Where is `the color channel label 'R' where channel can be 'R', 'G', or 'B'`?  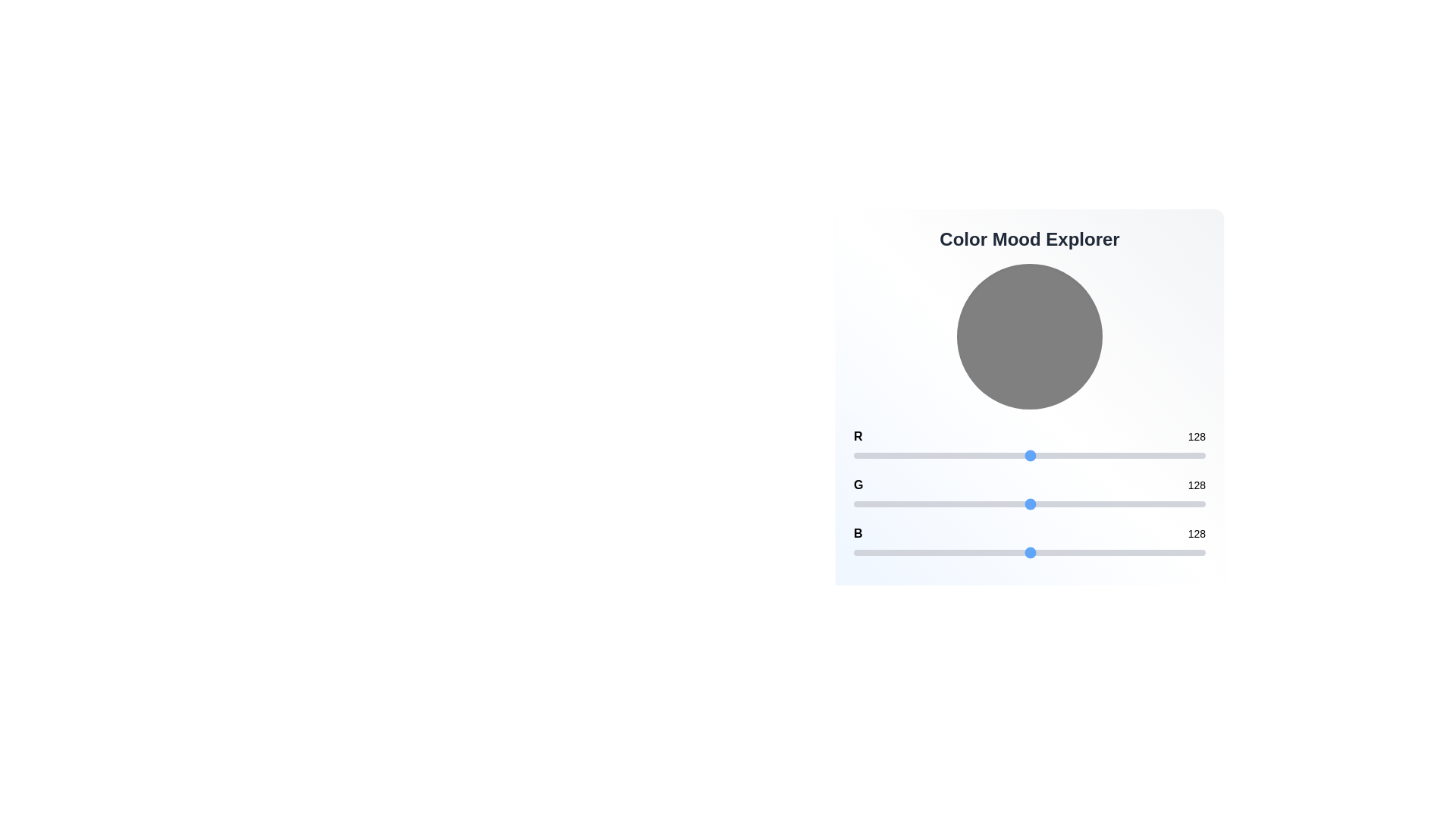
the color channel label 'R' where channel can be 'R', 'G', or 'B' is located at coordinates (858, 436).